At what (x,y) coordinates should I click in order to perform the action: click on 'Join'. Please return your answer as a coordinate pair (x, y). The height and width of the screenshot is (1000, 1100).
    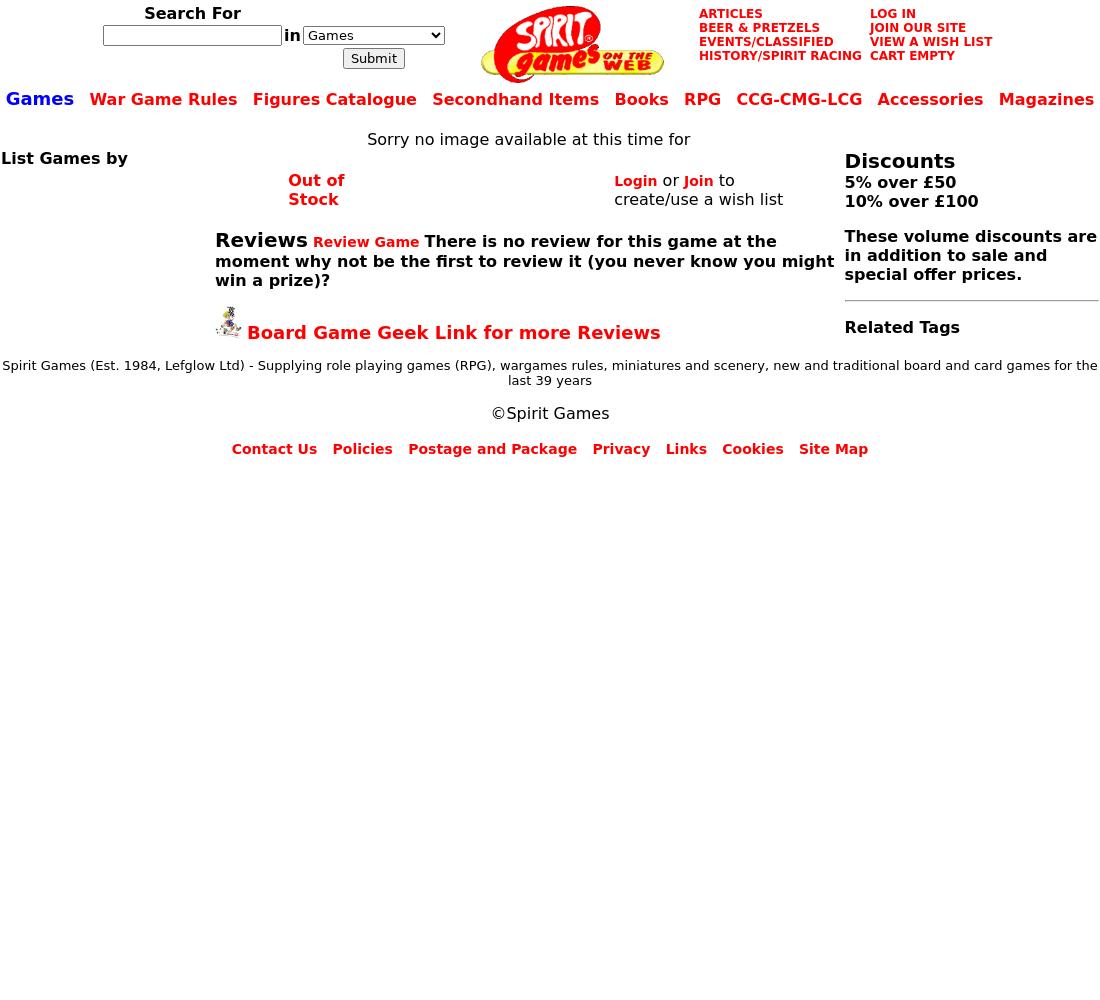
    Looking at the image, I should click on (683, 180).